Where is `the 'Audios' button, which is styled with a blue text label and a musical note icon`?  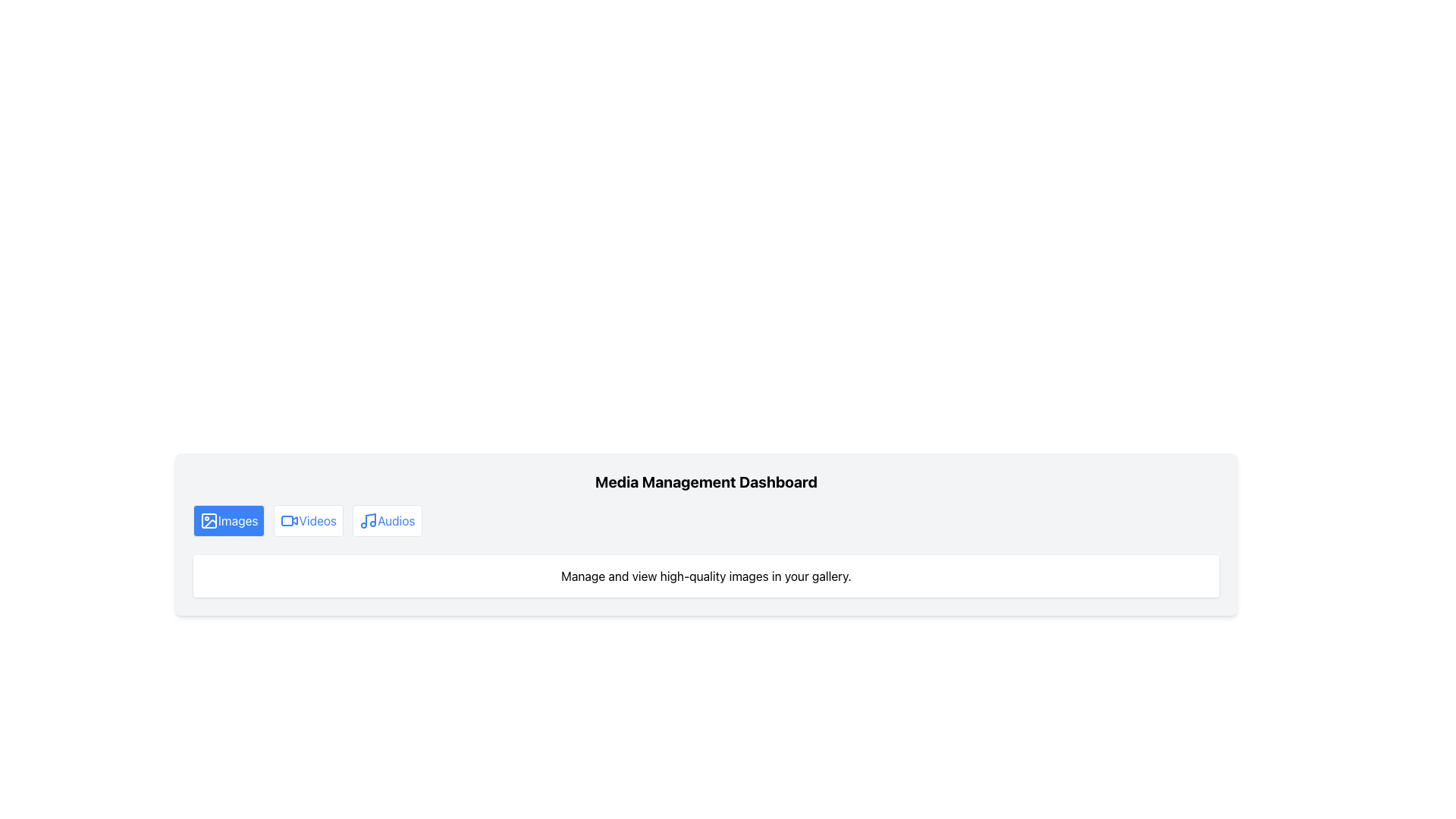
the 'Audios' button, which is styled with a blue text label and a musical note icon is located at coordinates (387, 519).